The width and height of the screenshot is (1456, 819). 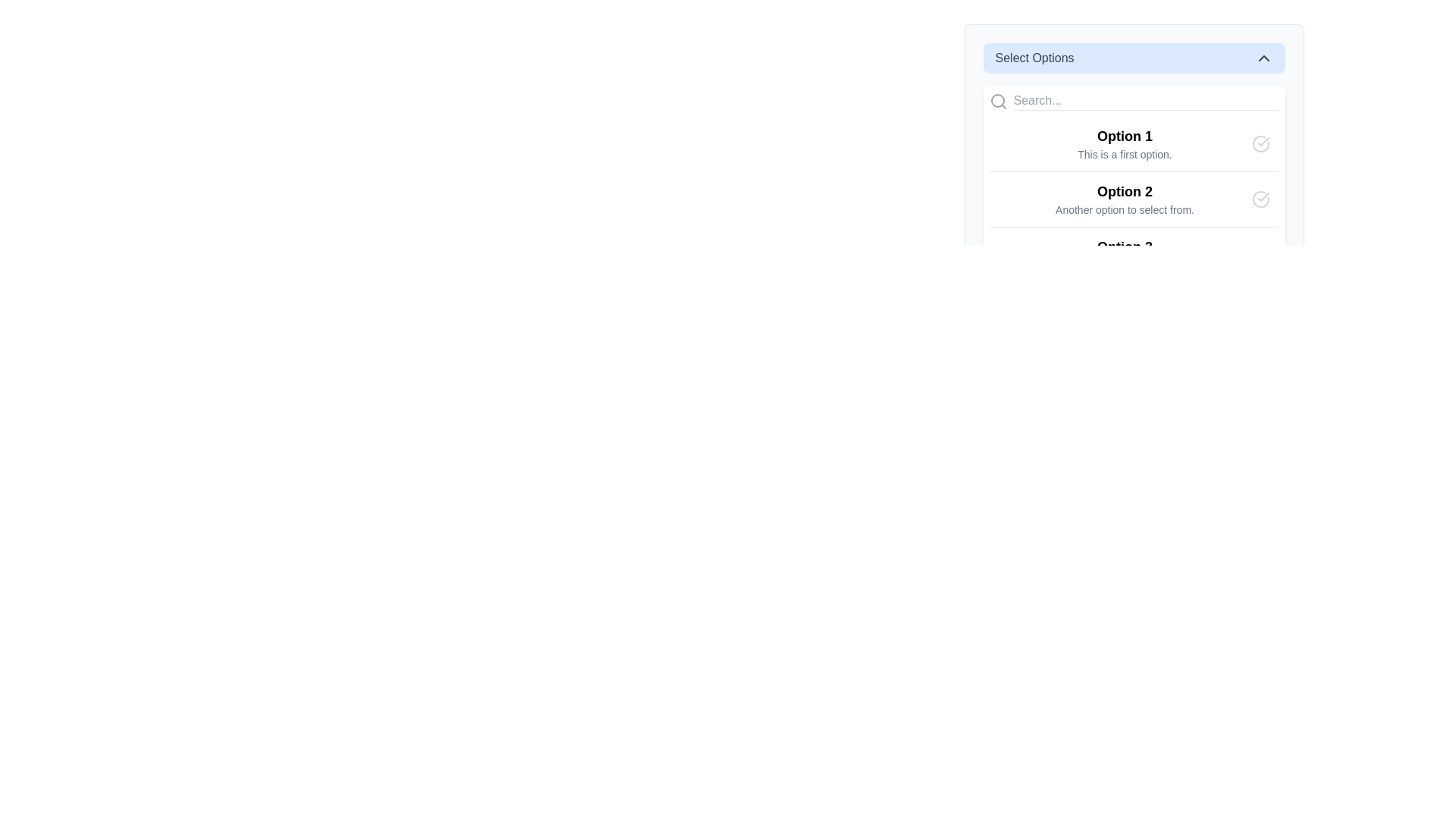 What do you see at coordinates (1263, 58) in the screenshot?
I see `the Chevron icon (indicative toggle) located at the far-right of the 'Select Options' dropdown menu` at bounding box center [1263, 58].